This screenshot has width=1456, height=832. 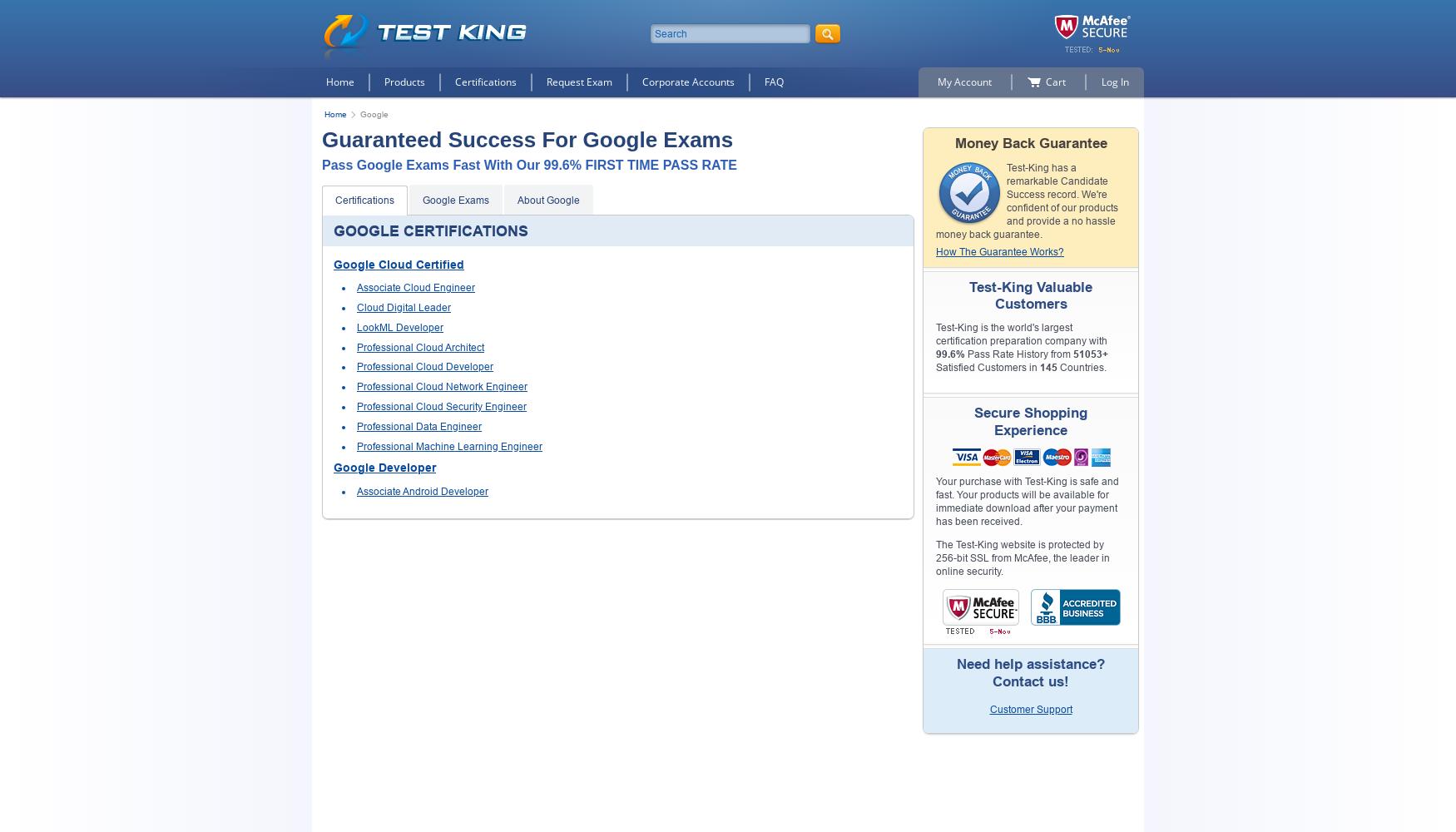 What do you see at coordinates (517, 199) in the screenshot?
I see `'About Google'` at bounding box center [517, 199].